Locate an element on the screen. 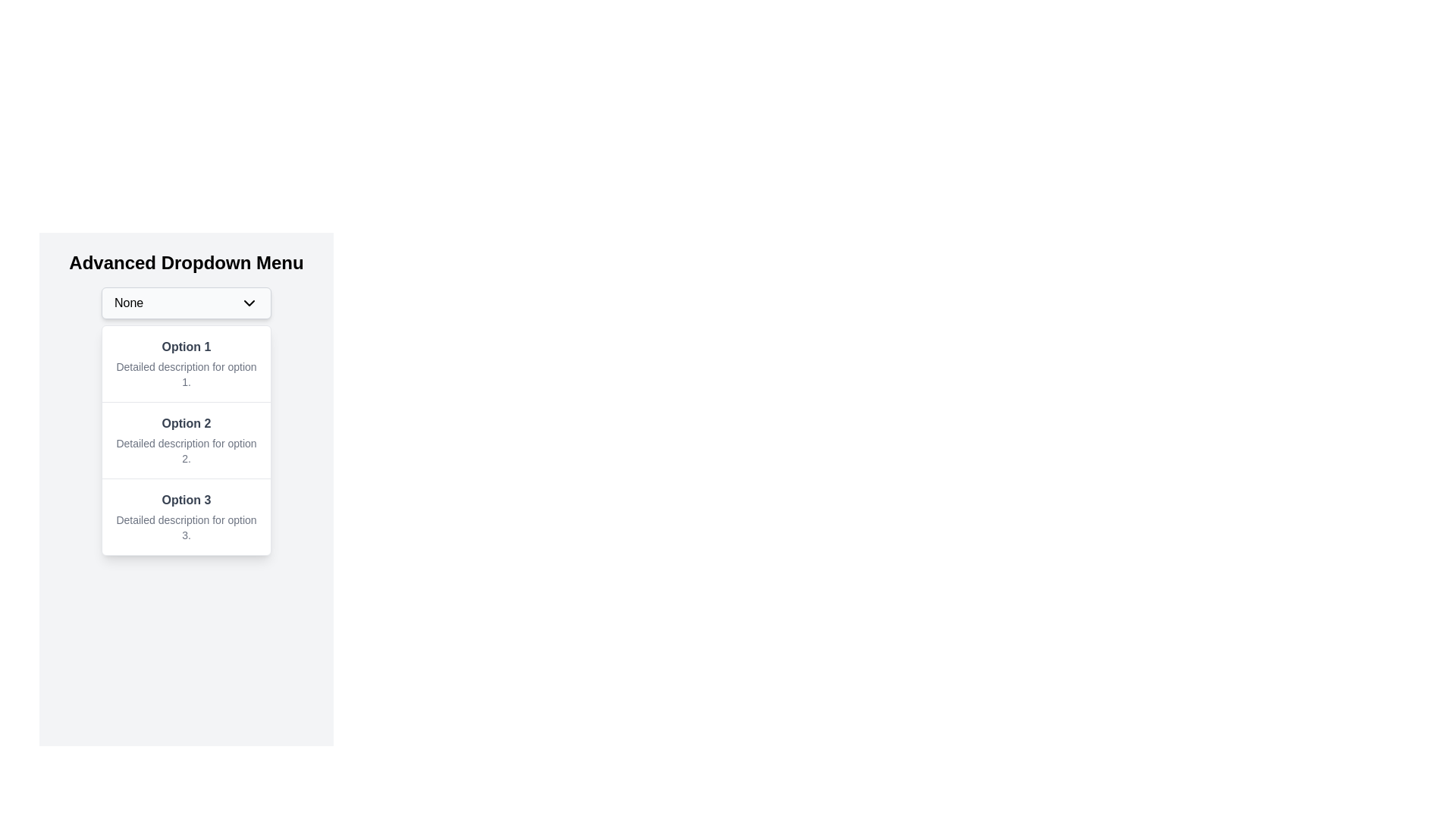 Image resolution: width=1456 pixels, height=819 pixels. the second selectable card in the dropdown menu that displays 'Option 2' with a detailed description below it is located at coordinates (185, 439).